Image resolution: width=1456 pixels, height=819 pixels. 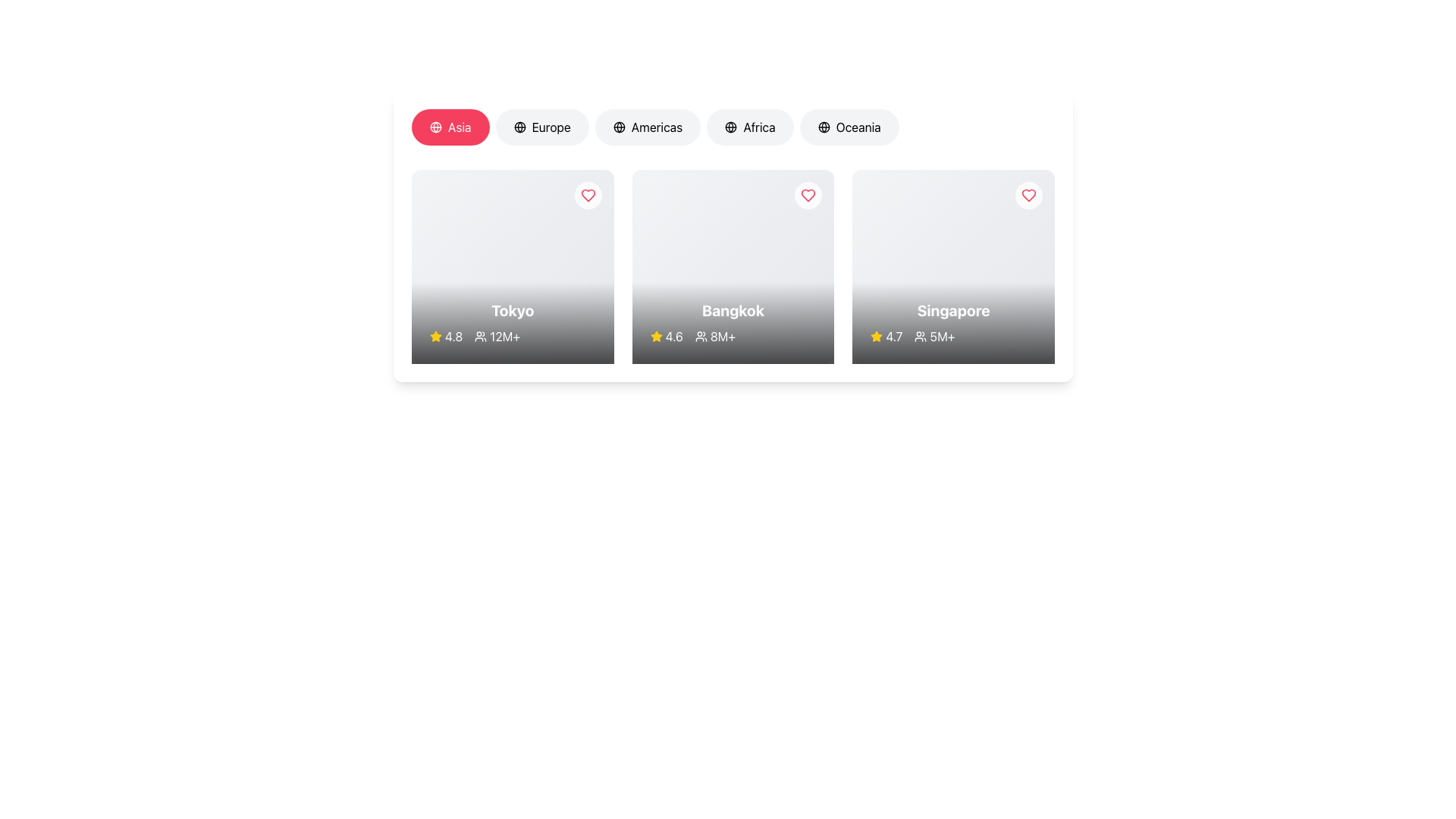 What do you see at coordinates (519, 127) in the screenshot?
I see `the Decorative Circle (SVG) element within the Asia region button group, located at the top-left area of the interface` at bounding box center [519, 127].